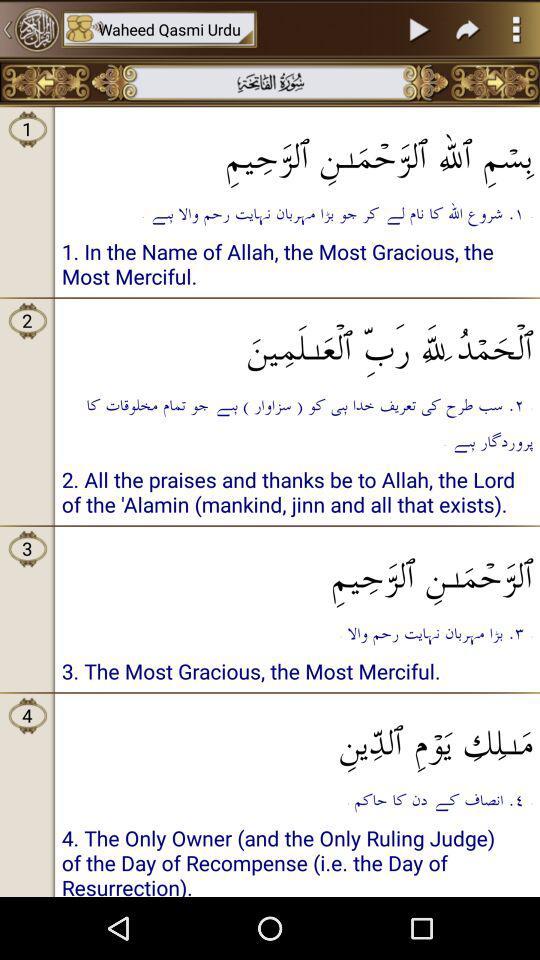 This screenshot has height=960, width=540. I want to click on the play icon, so click(419, 30).